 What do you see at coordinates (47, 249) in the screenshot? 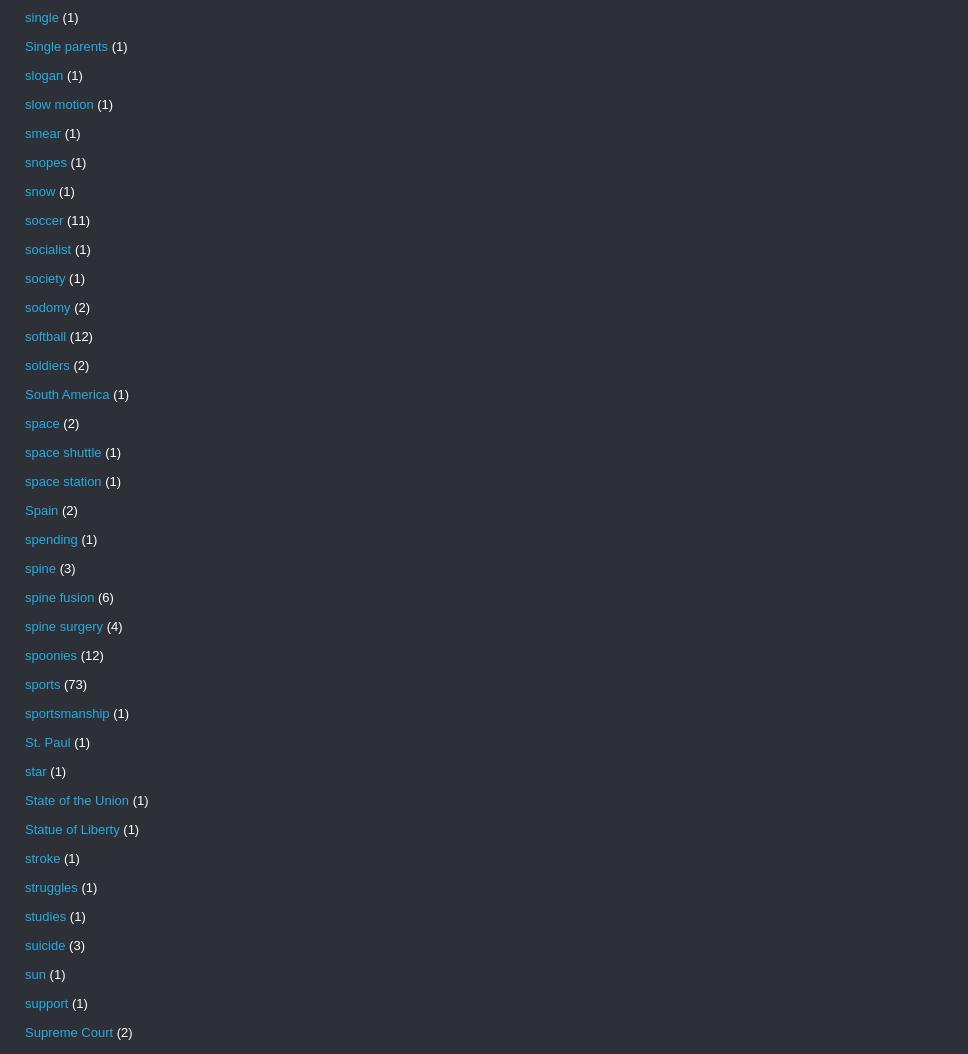
I see `'socialist'` at bounding box center [47, 249].